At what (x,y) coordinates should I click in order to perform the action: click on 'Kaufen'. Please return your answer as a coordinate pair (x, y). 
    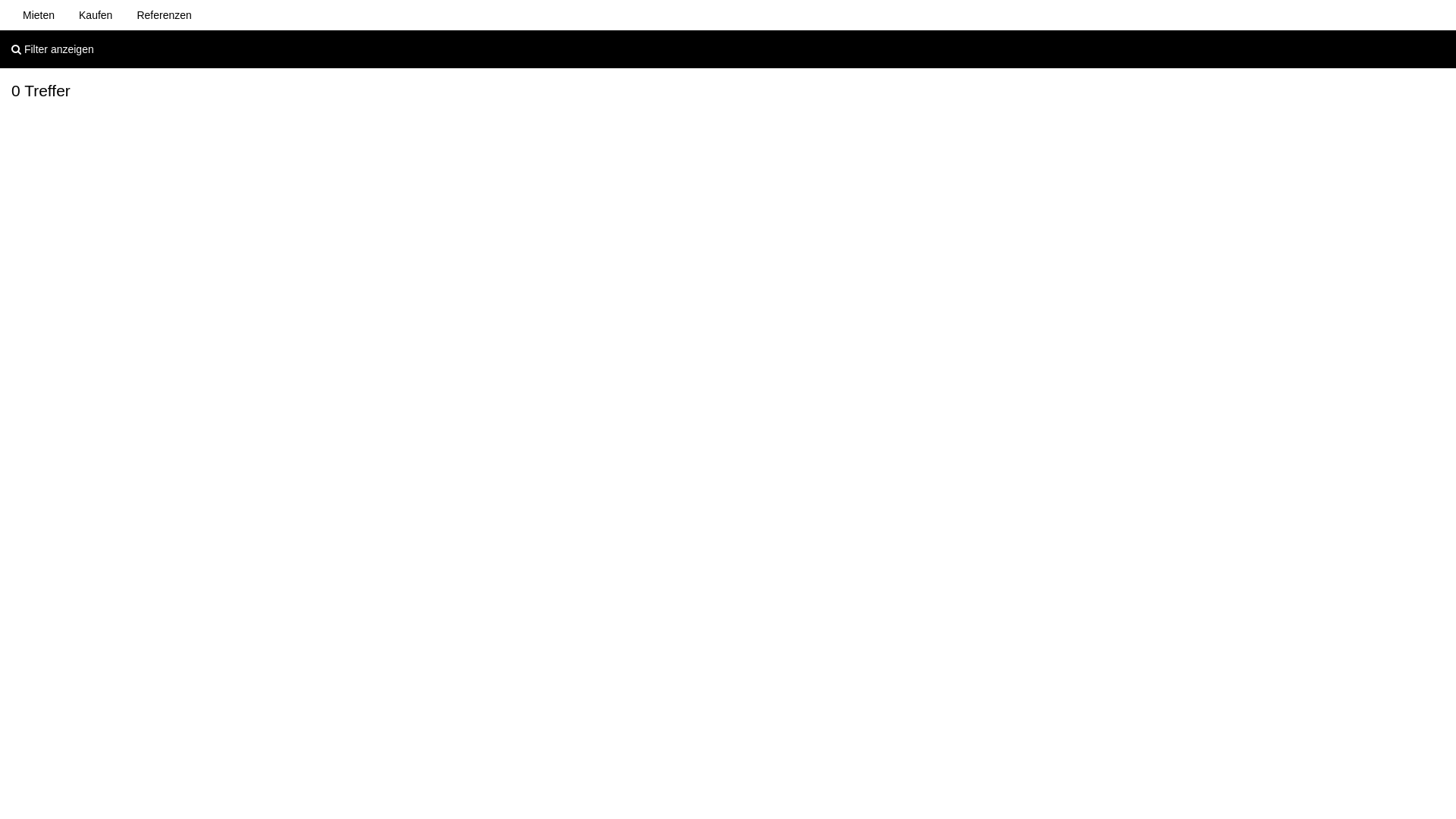
    Looking at the image, I should click on (94, 14).